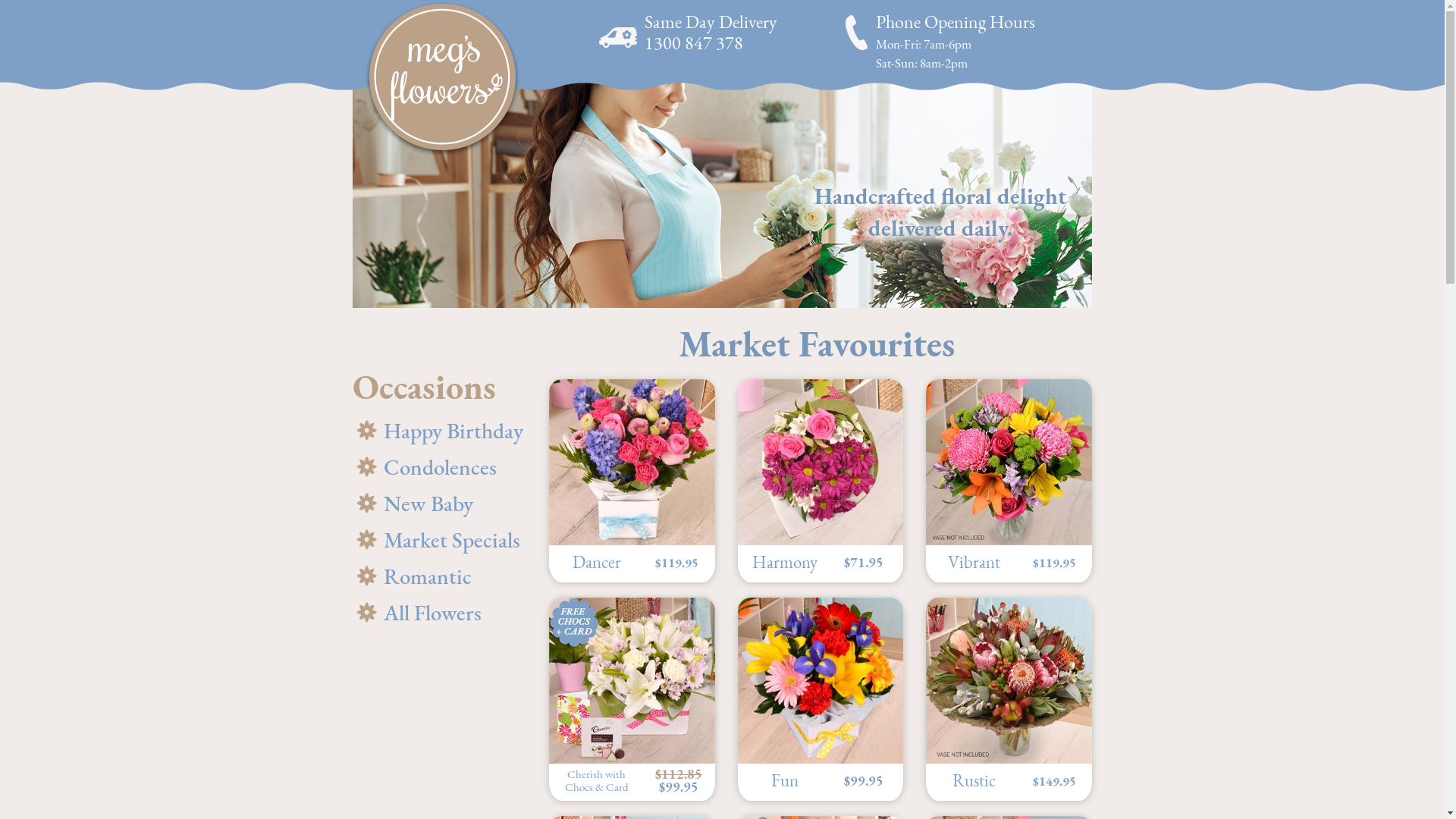  What do you see at coordinates (736, 461) in the screenshot?
I see `'Harmony Flowers'` at bounding box center [736, 461].